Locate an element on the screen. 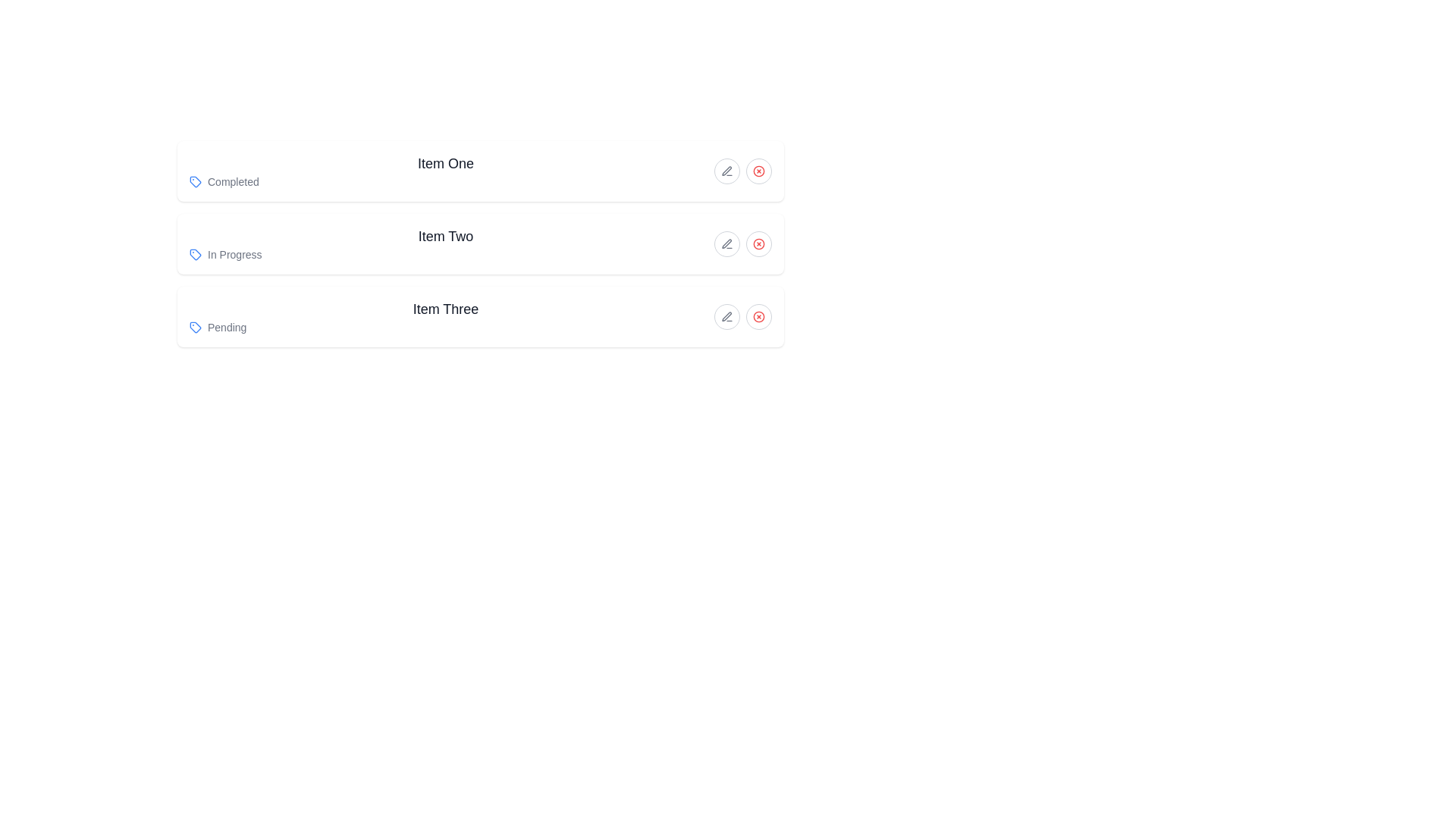  the status icon located to the left of the text 'Completed' in the top row of the list interface is located at coordinates (195, 180).